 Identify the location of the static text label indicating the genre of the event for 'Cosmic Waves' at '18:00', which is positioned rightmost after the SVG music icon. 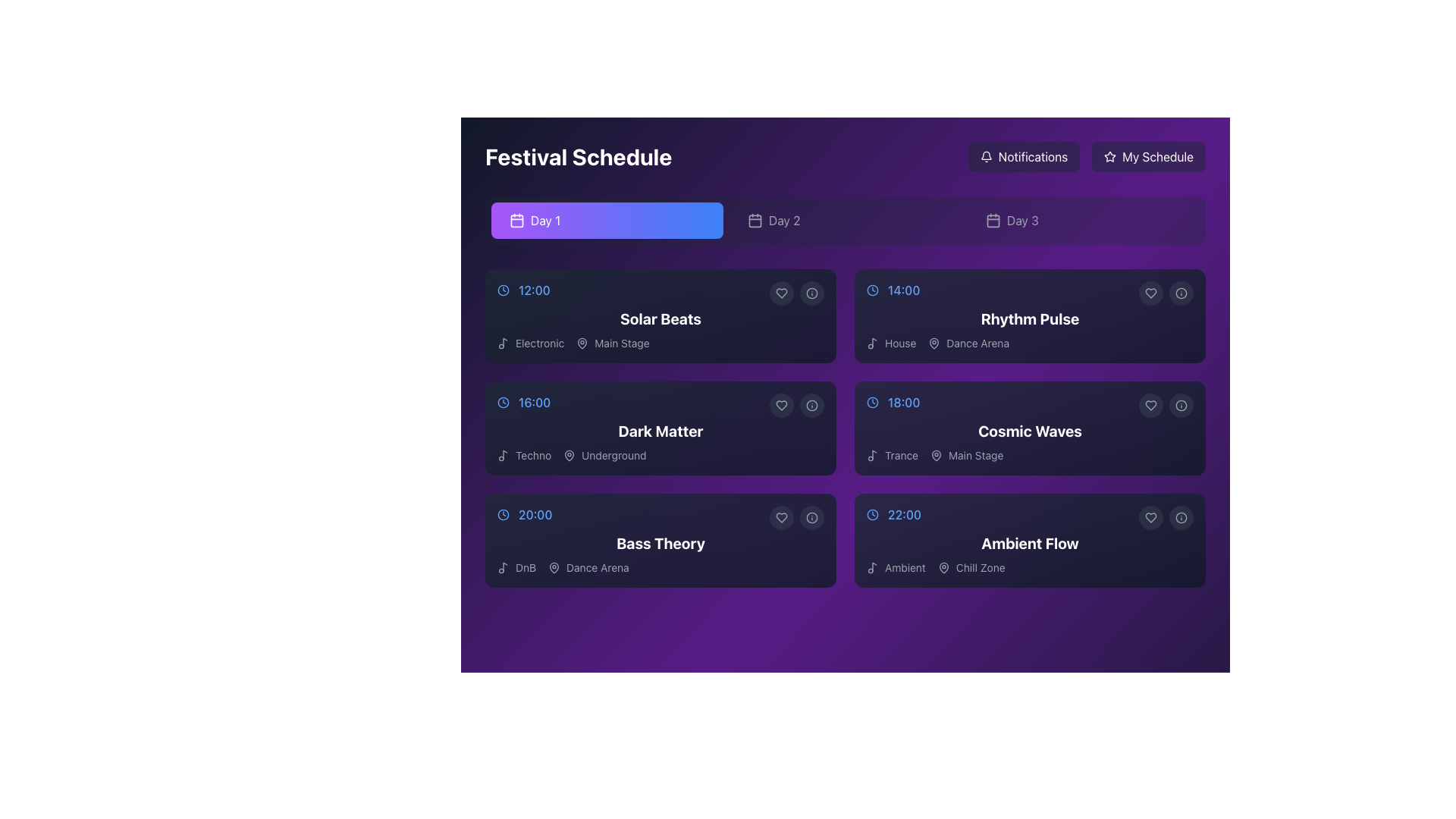
(902, 455).